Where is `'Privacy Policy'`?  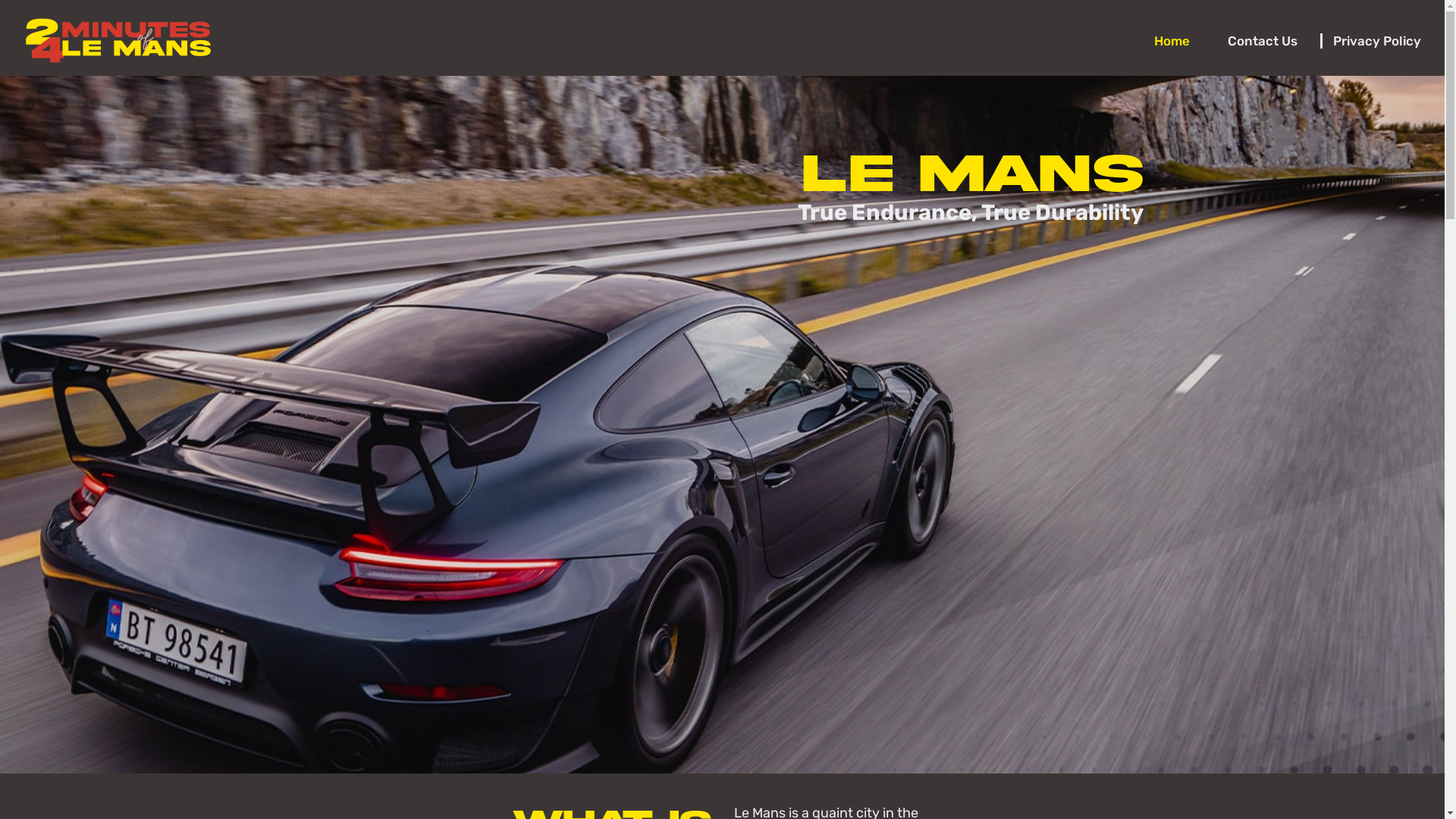 'Privacy Policy' is located at coordinates (1370, 40).